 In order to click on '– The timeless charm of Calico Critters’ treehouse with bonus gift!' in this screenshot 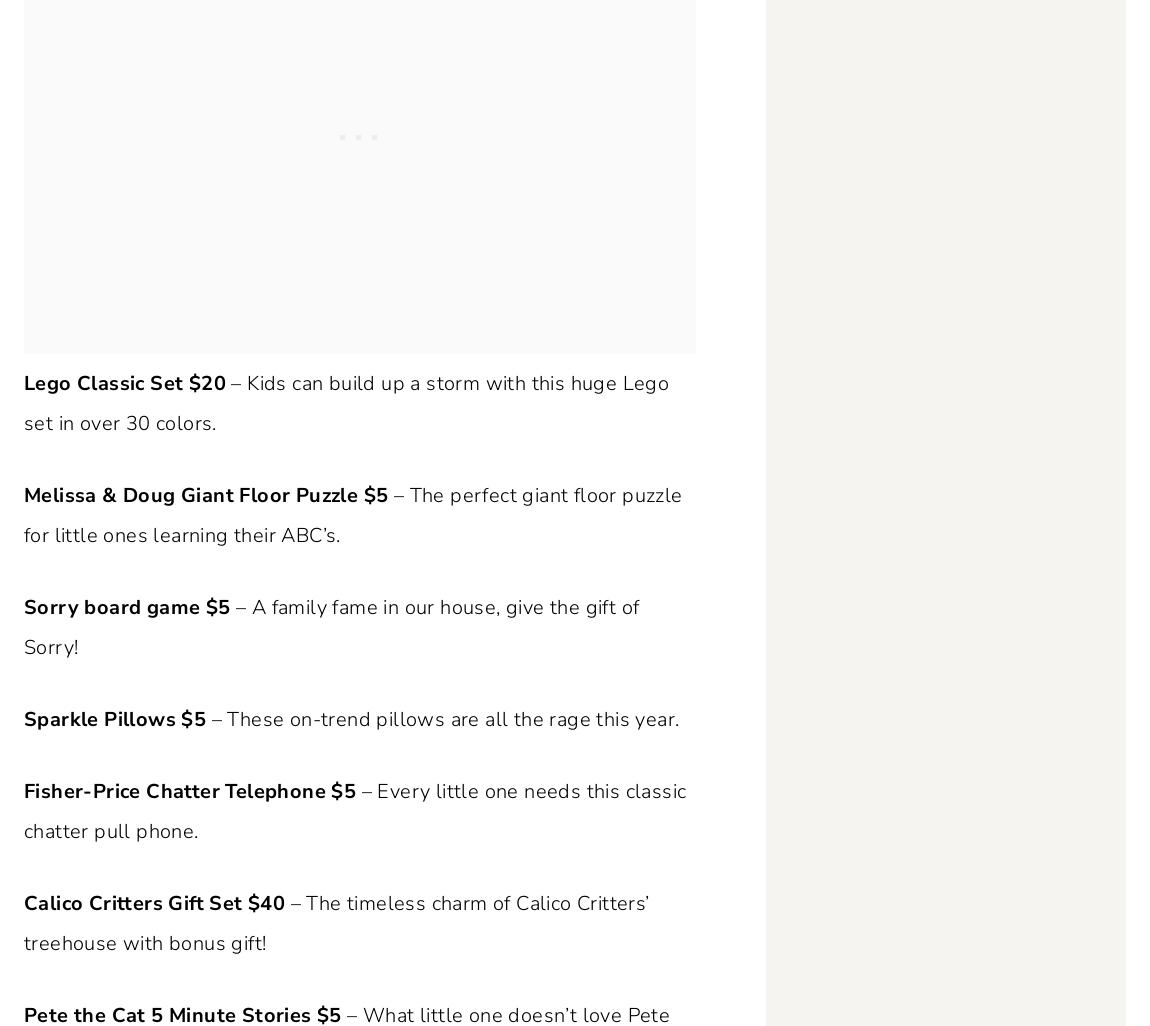, I will do `click(336, 922)`.